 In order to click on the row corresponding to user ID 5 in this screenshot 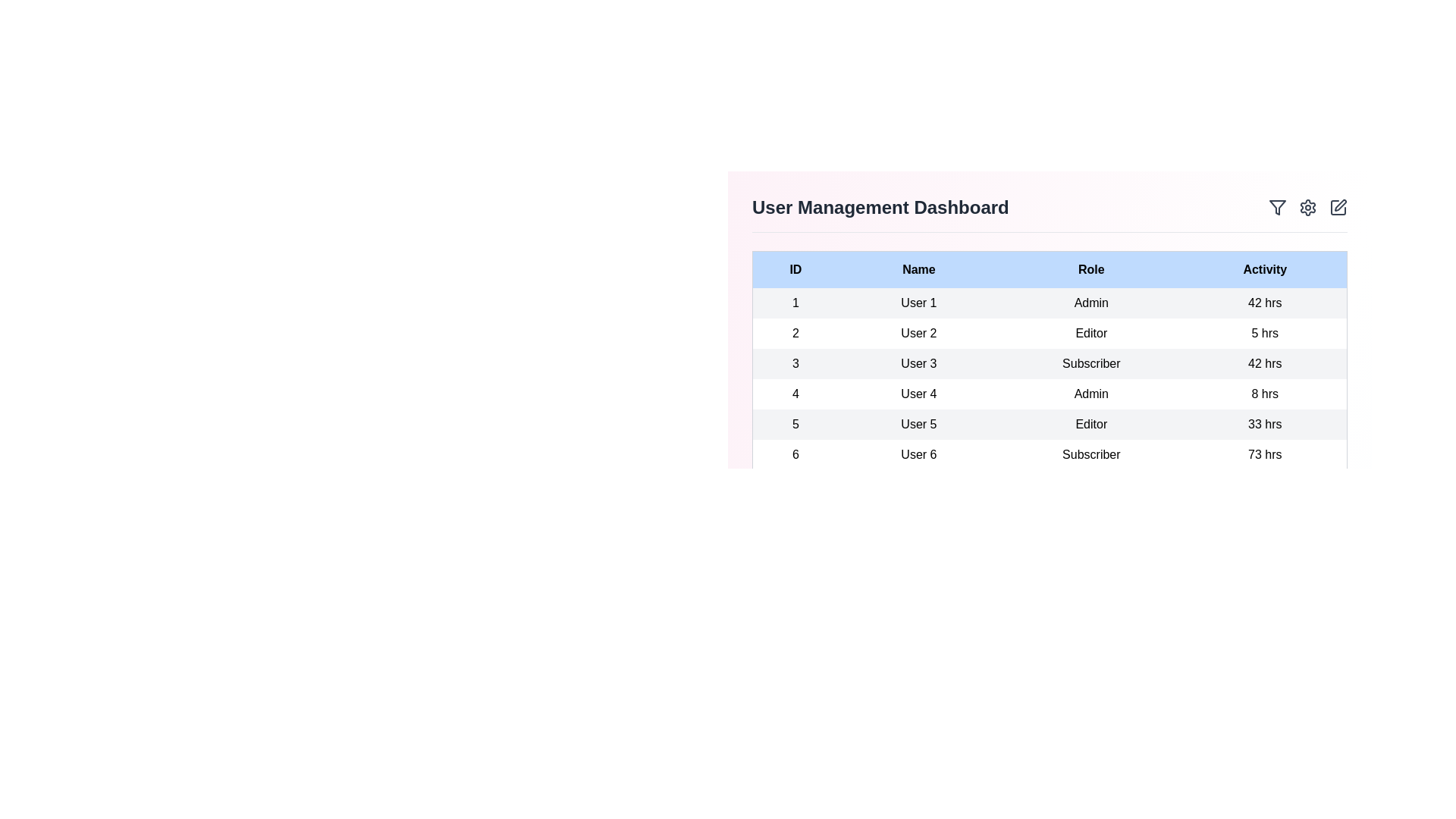, I will do `click(1049, 424)`.